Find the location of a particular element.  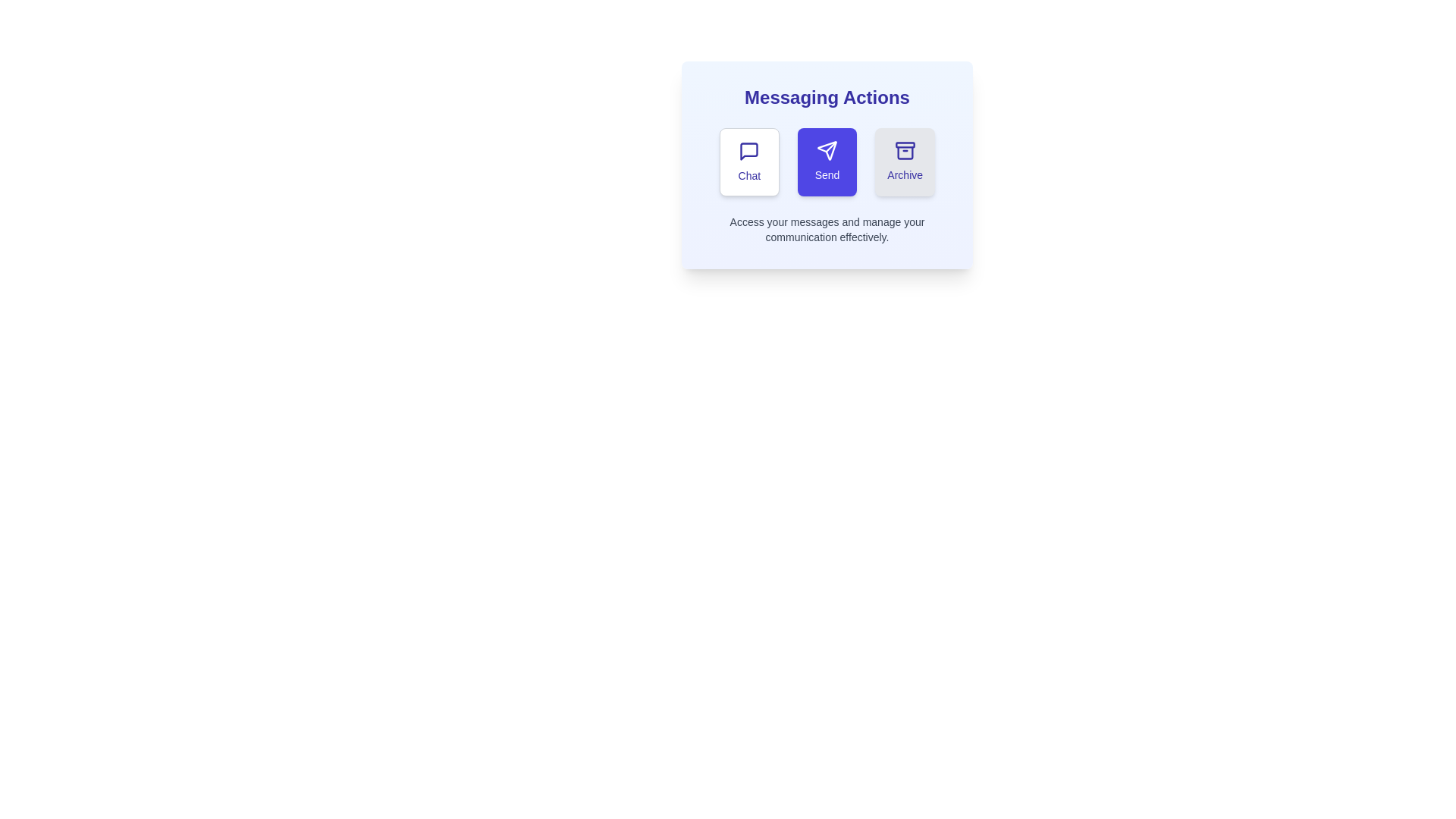

the design of the chat bubble icon, which features a rectangular speech balloon shape with a triangular notch at the bottom-left corner and a blue outlined design, located in the 'Chat' control of the 'Messaging Actions' section is located at coordinates (749, 152).